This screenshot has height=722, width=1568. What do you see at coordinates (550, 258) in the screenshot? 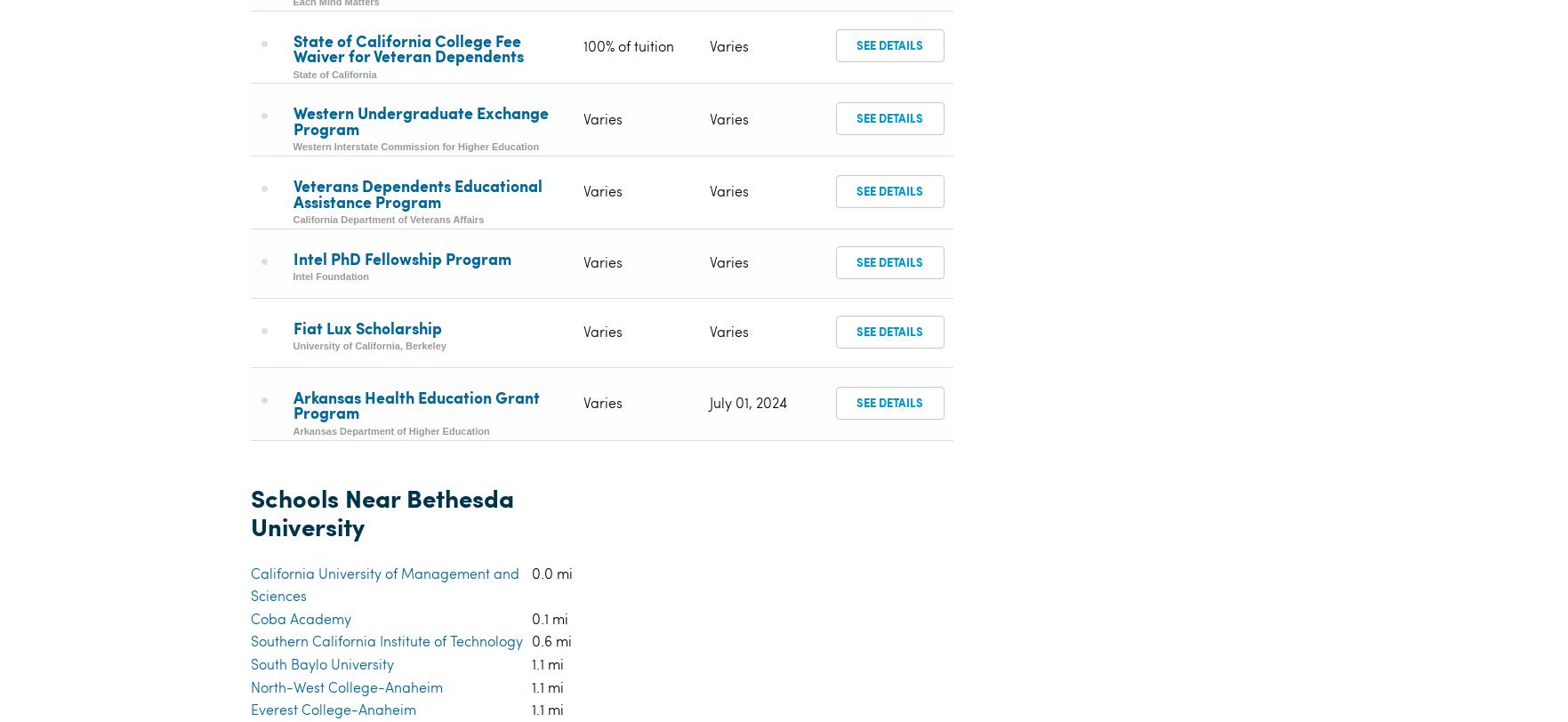
I see `'0.1
mi'` at bounding box center [550, 258].